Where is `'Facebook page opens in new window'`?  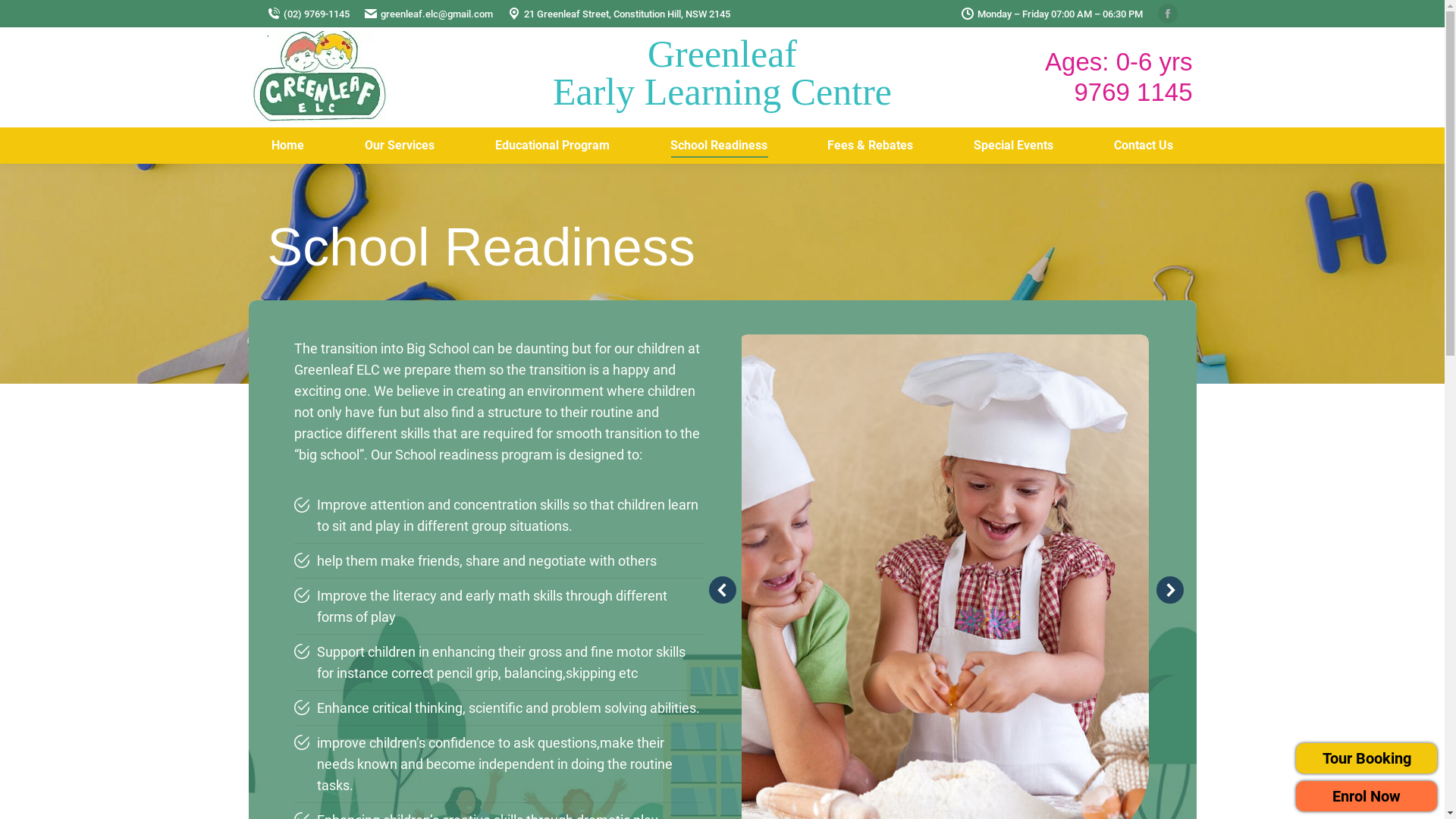 'Facebook page opens in new window' is located at coordinates (1156, 14).